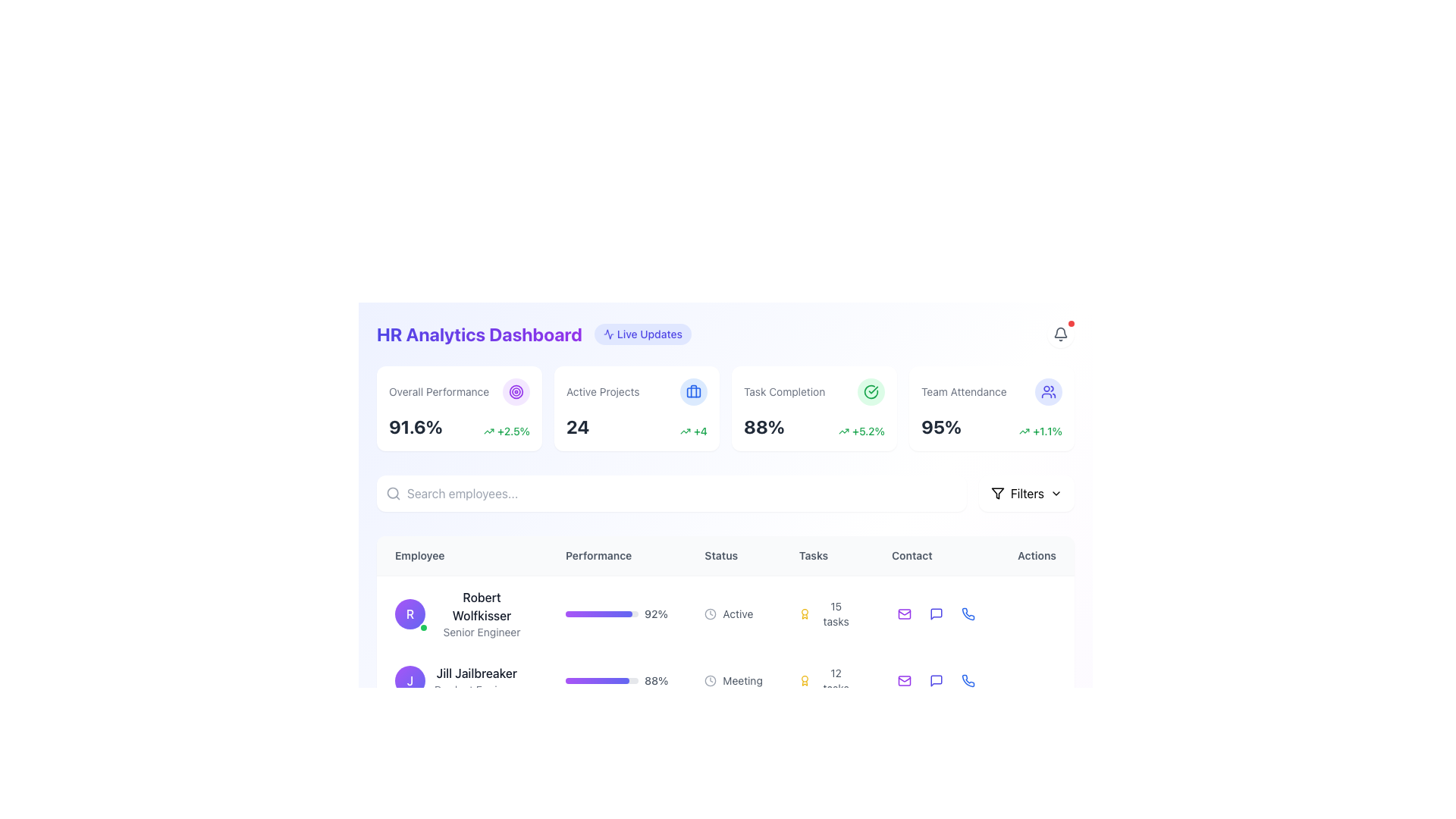 The image size is (1456, 819). Describe the element at coordinates (693, 391) in the screenshot. I see `the blue suitcase icon, which is styled with a stroke outline and located within a circular blue background, to access the associated tools` at that location.